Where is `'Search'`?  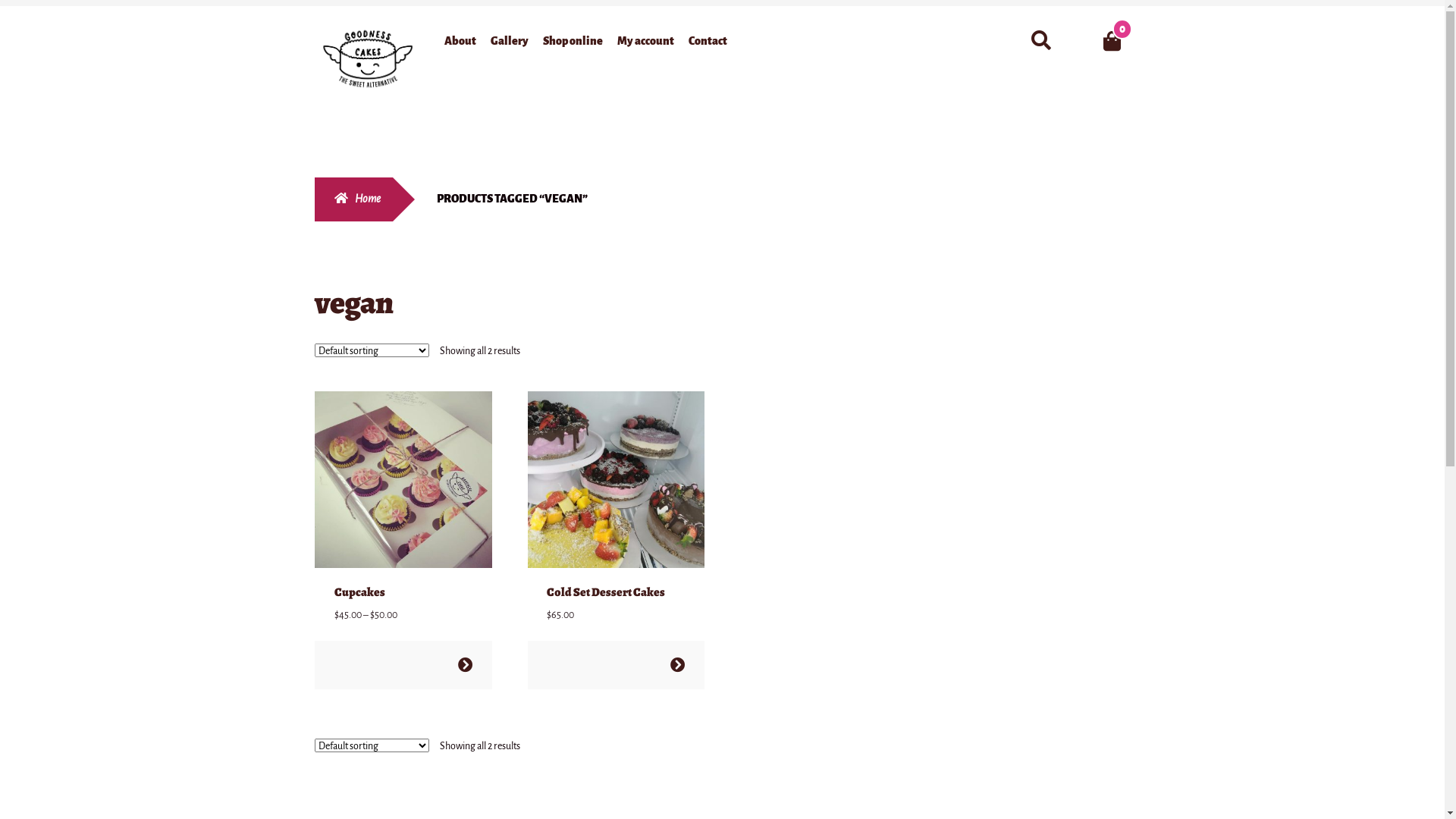
'Search' is located at coordinates (1022, 24).